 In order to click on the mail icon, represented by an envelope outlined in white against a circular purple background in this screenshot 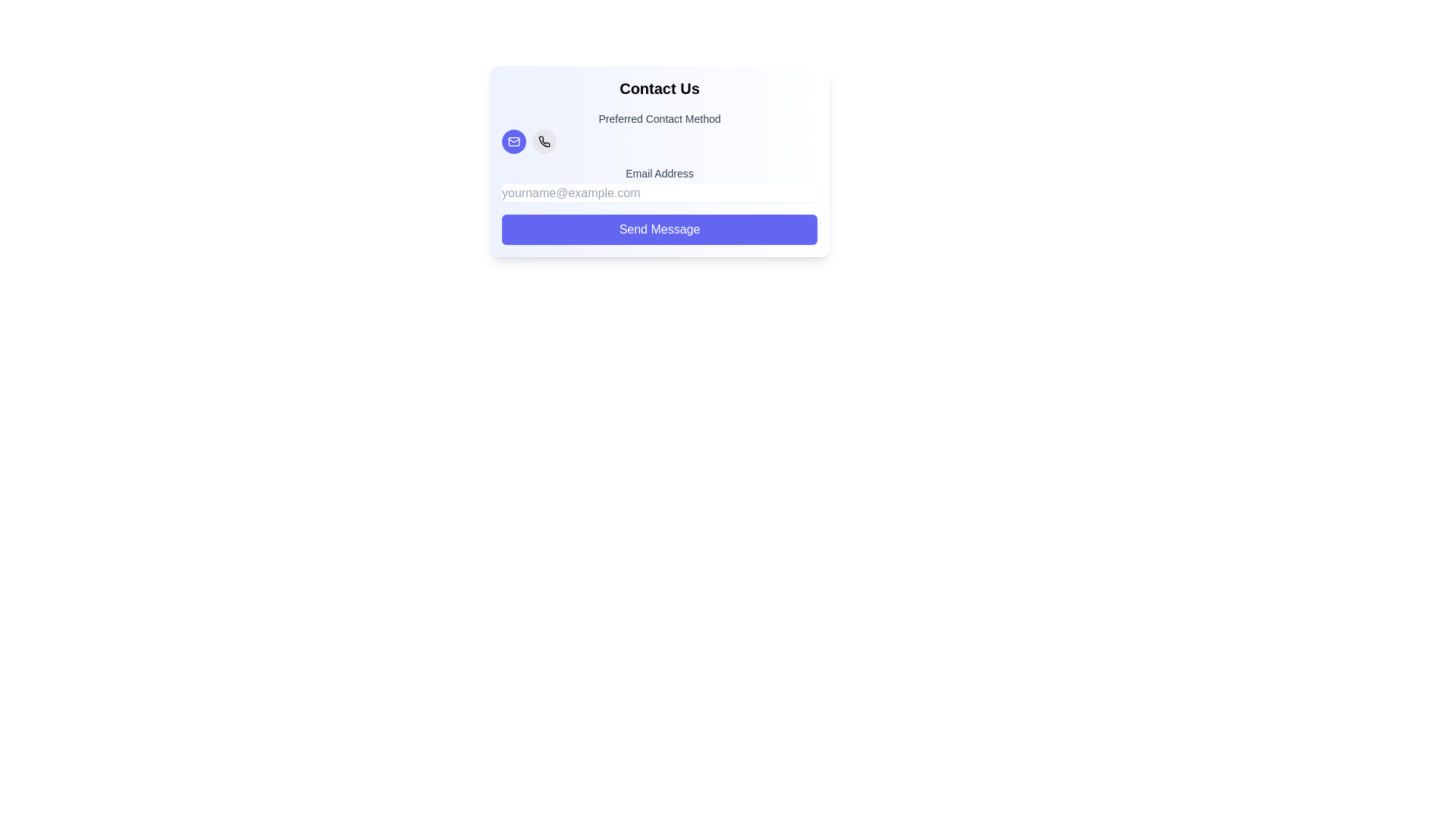, I will do `click(513, 141)`.